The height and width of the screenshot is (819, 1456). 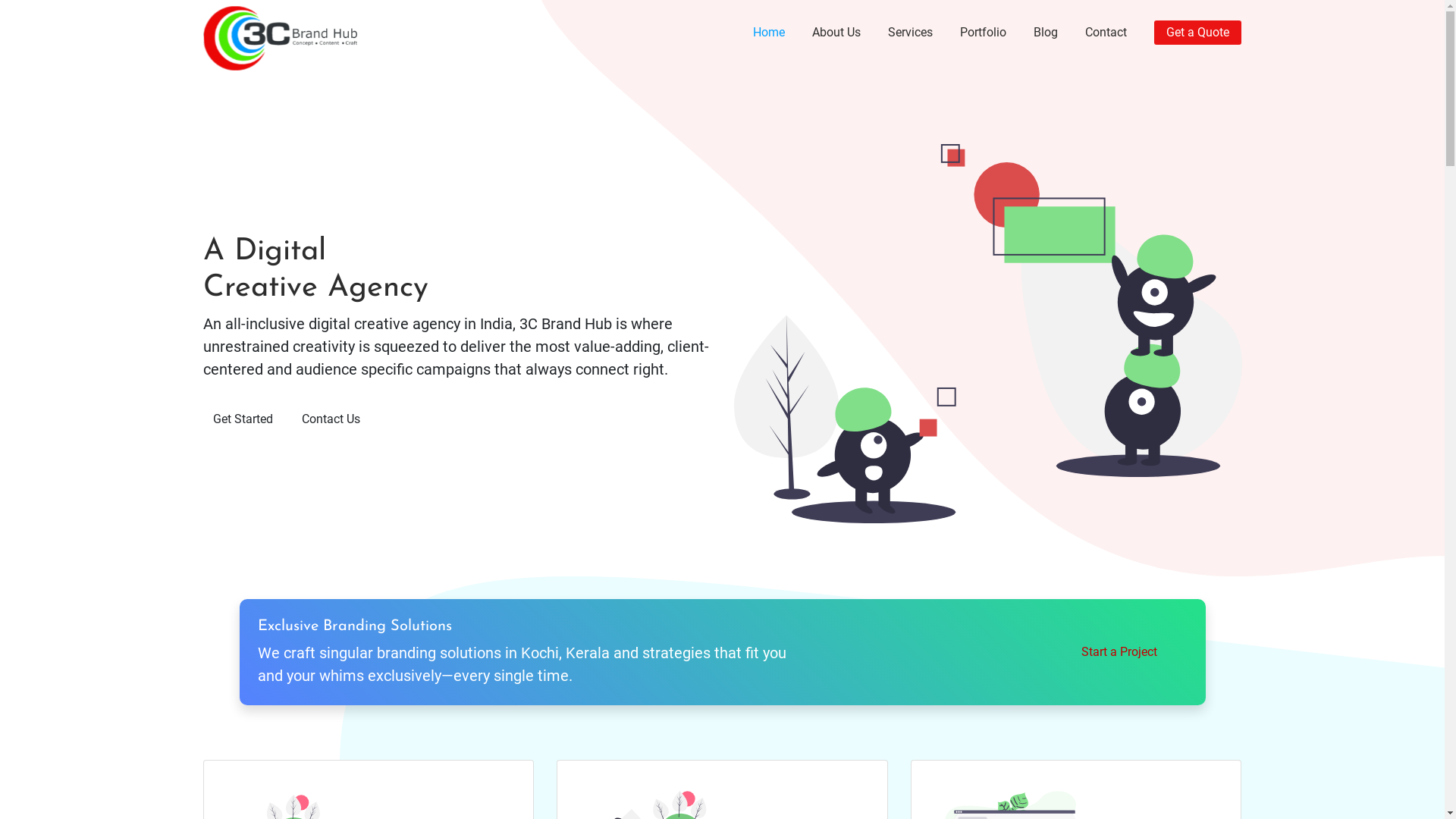 I want to click on 'Contact', so click(x=1106, y=32).